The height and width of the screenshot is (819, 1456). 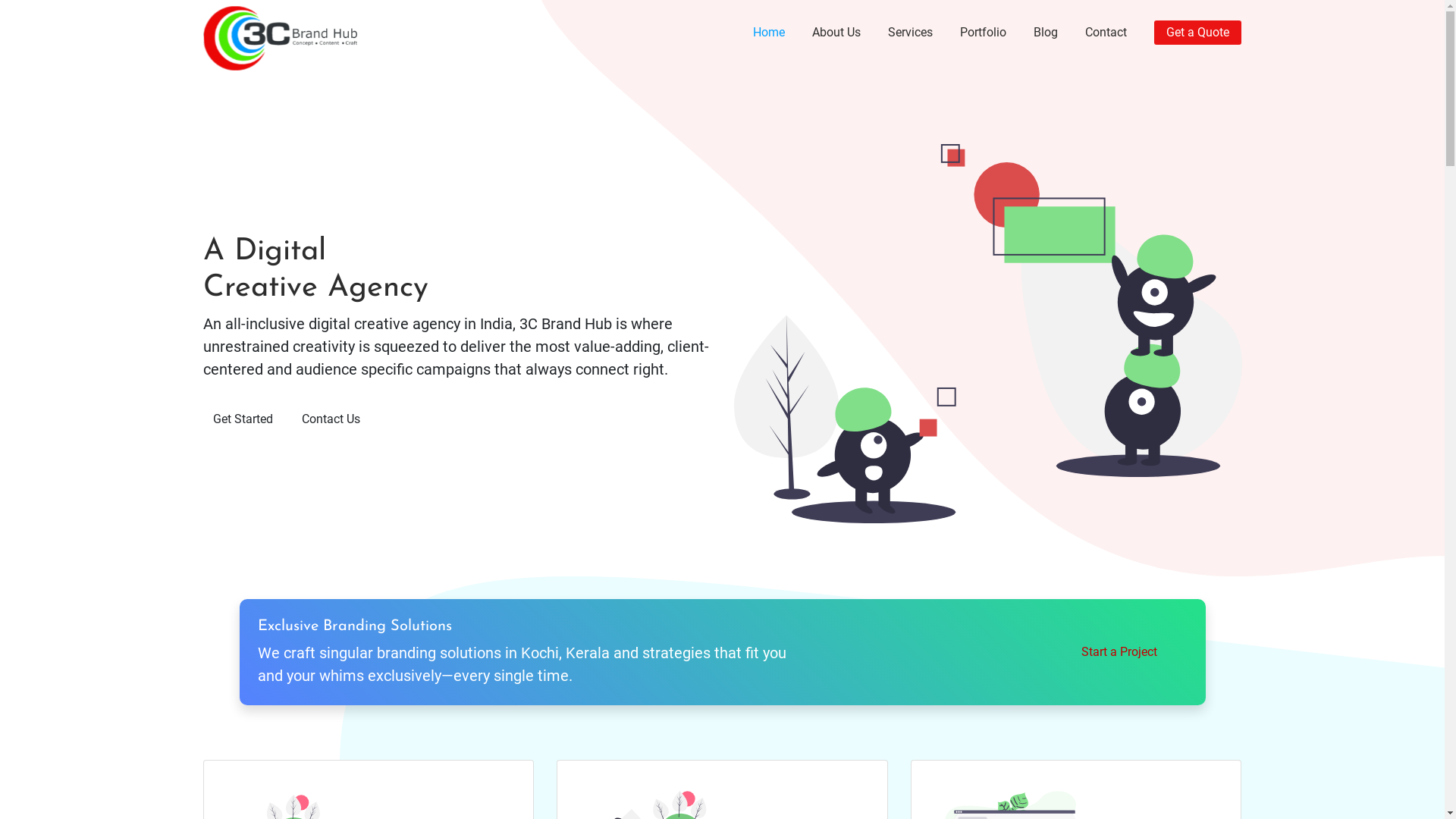 I want to click on 'Contact', so click(x=1106, y=32).